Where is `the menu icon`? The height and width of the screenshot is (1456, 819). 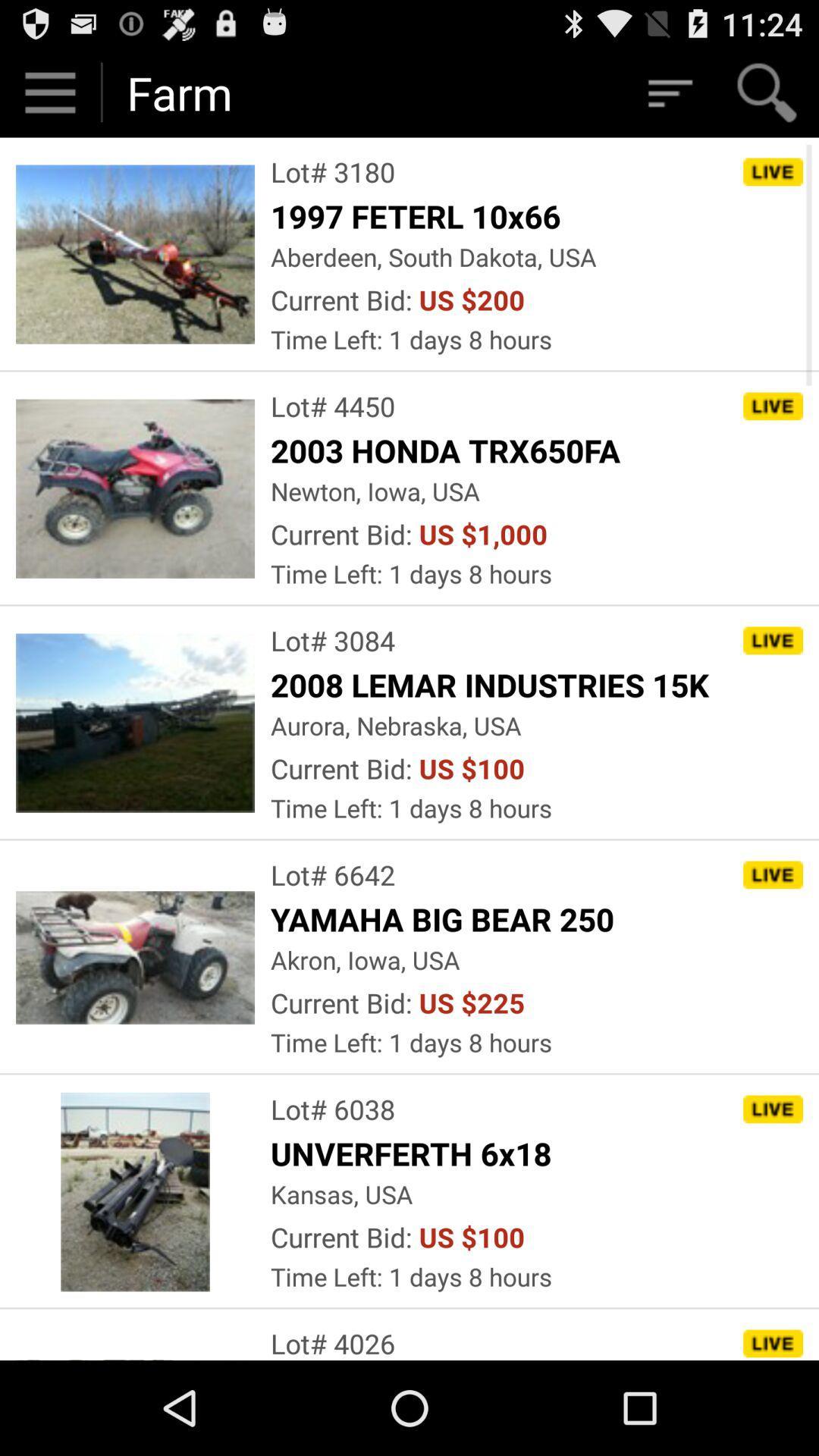
the menu icon is located at coordinates (49, 98).